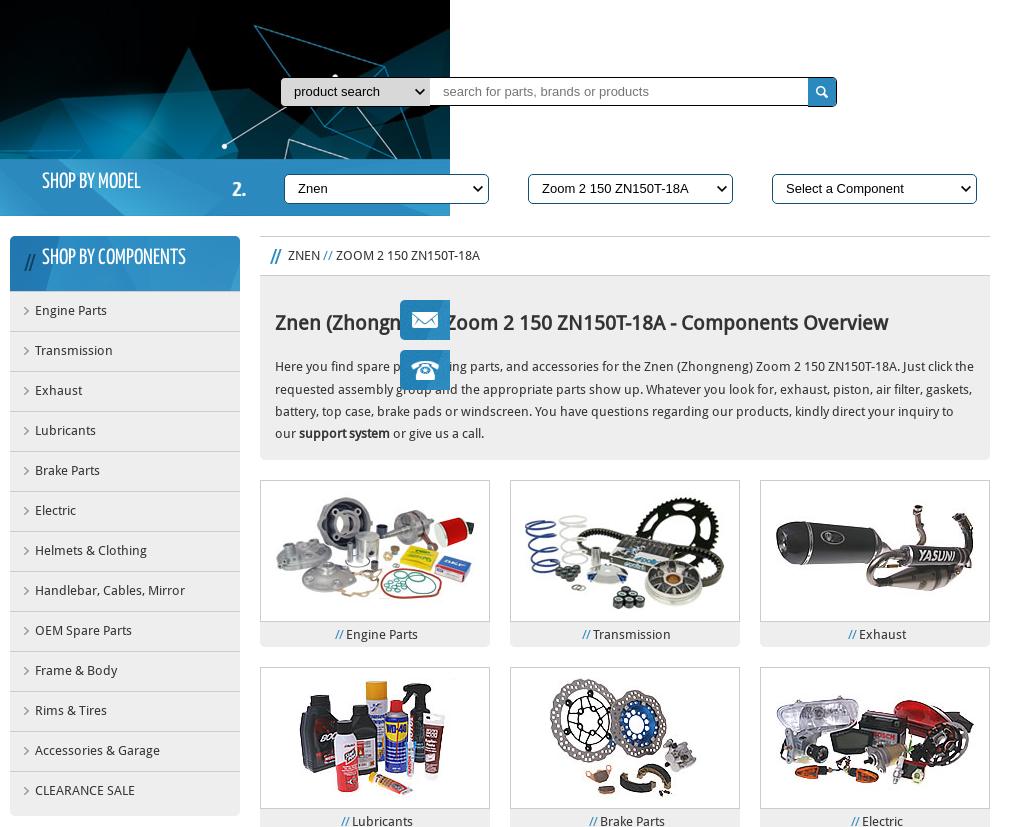 This screenshot has height=827, width=1024. Describe the element at coordinates (437, 431) in the screenshot. I see `'or give us a call.'` at that location.